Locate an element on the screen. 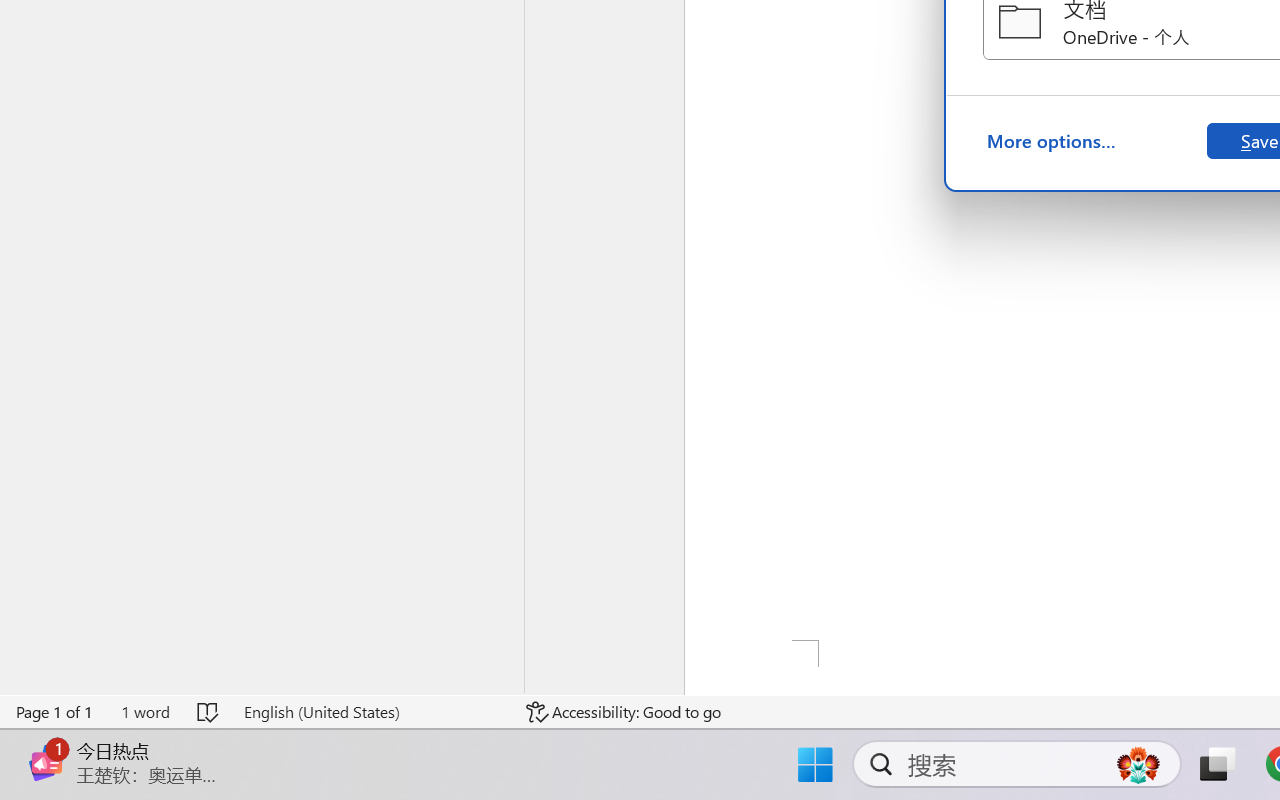 This screenshot has height=800, width=1280. 'Language English (United States)' is located at coordinates (371, 711).